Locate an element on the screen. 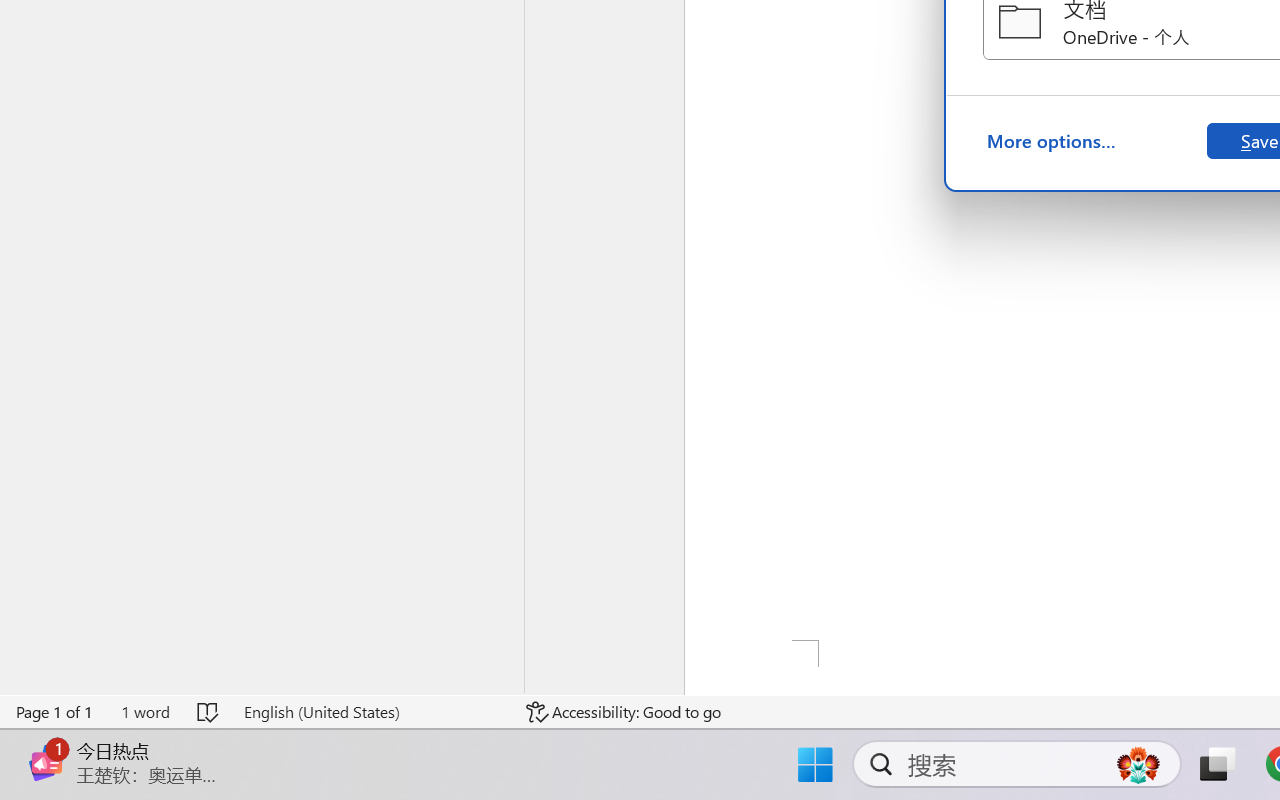 This screenshot has height=800, width=1280. 'Language English (United States)' is located at coordinates (371, 711).